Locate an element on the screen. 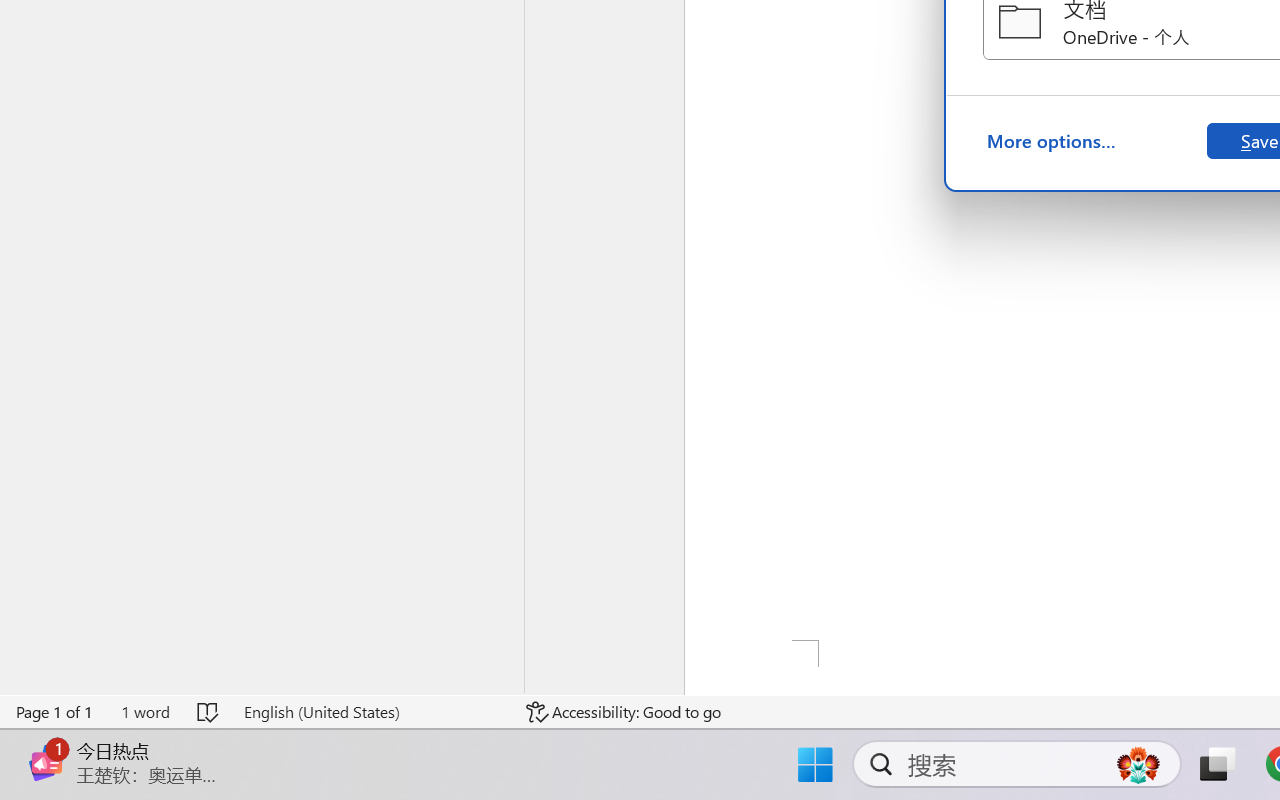 This screenshot has height=800, width=1280. 'Language English (United States)' is located at coordinates (371, 711).